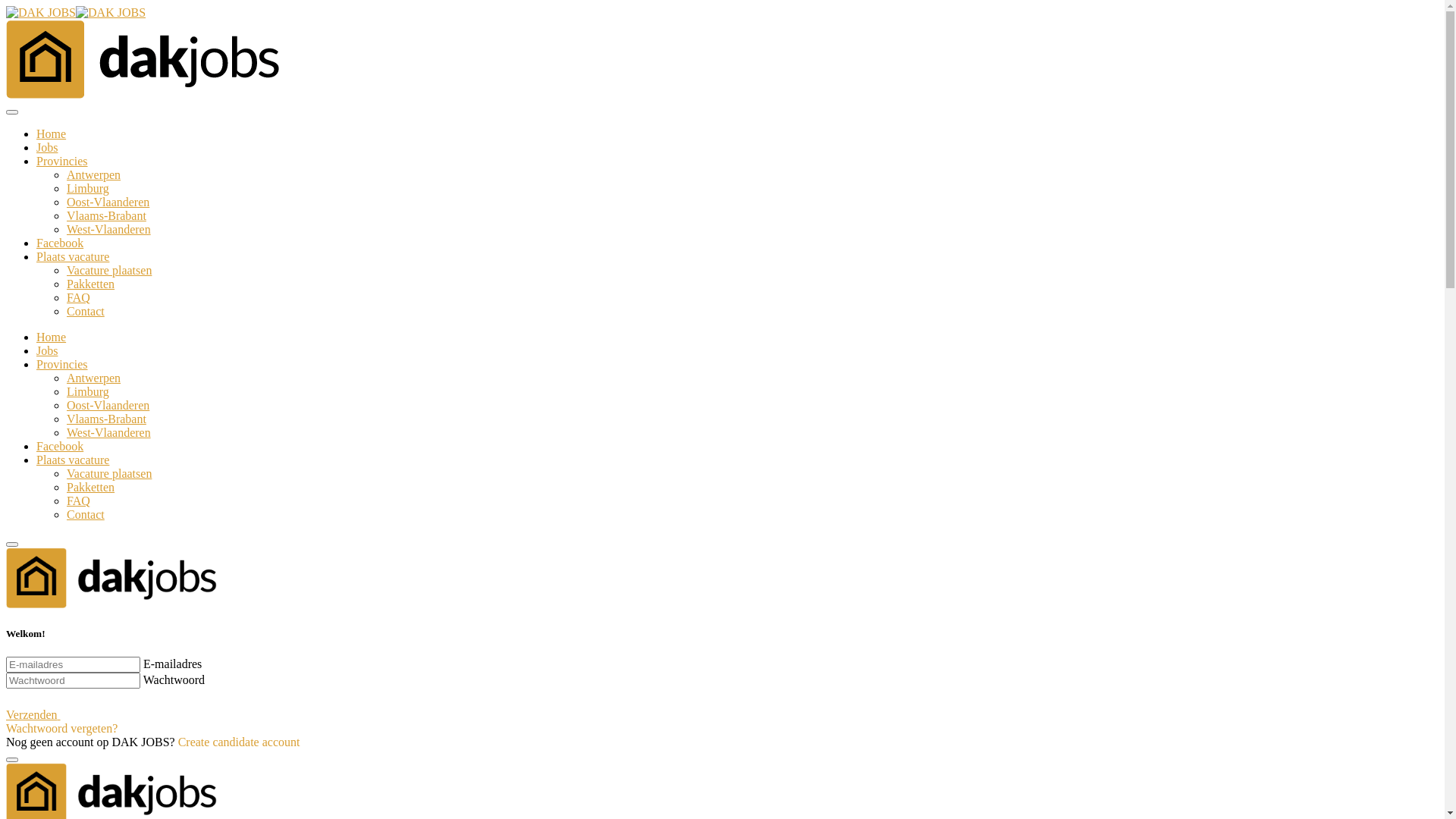 Image resolution: width=1456 pixels, height=819 pixels. What do you see at coordinates (47, 147) in the screenshot?
I see `'Jobs'` at bounding box center [47, 147].